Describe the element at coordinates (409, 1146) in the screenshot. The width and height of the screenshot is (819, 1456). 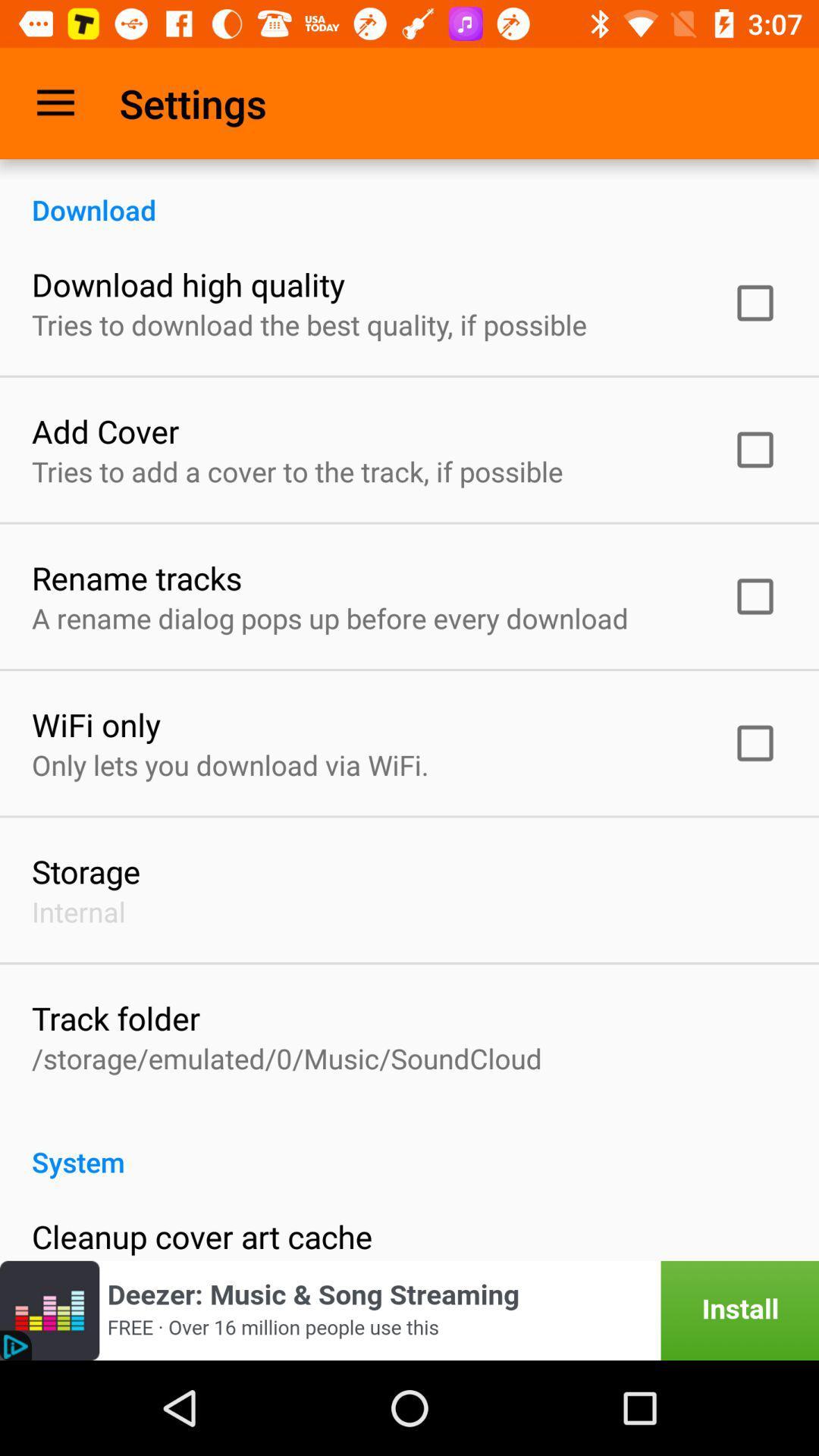
I see `the system item` at that location.